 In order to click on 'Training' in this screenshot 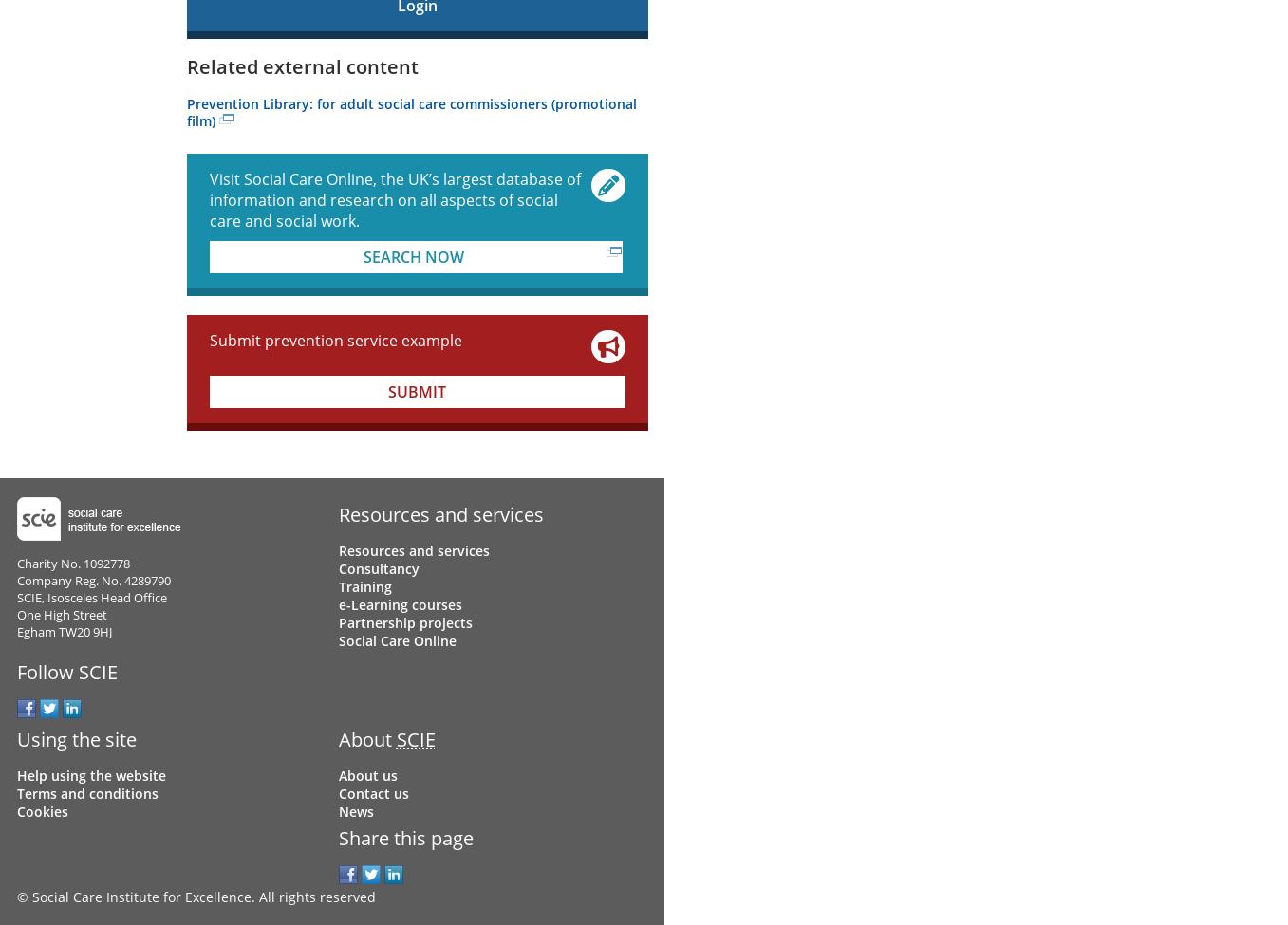, I will do `click(364, 585)`.